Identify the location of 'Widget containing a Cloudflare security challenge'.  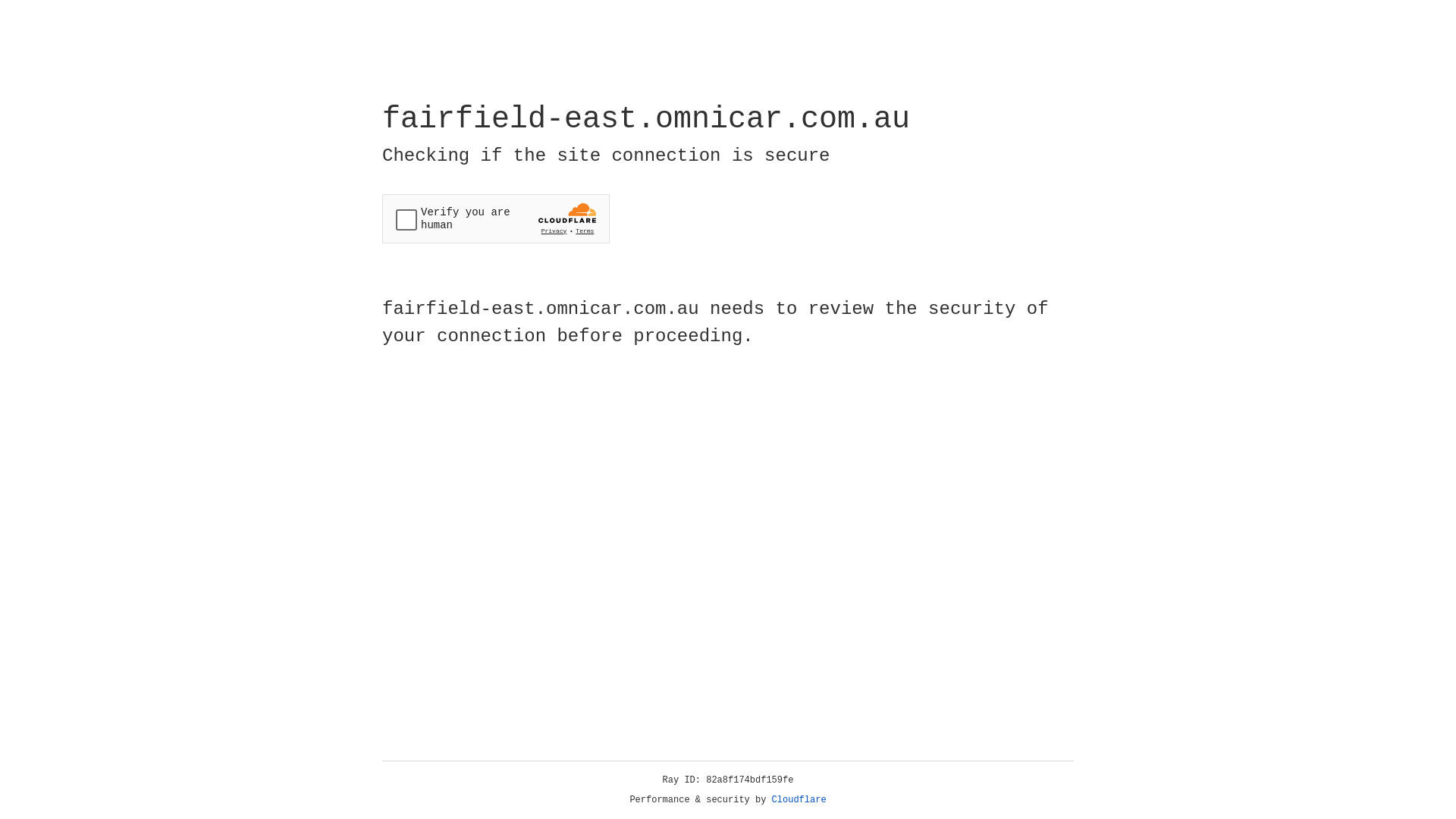
(495, 218).